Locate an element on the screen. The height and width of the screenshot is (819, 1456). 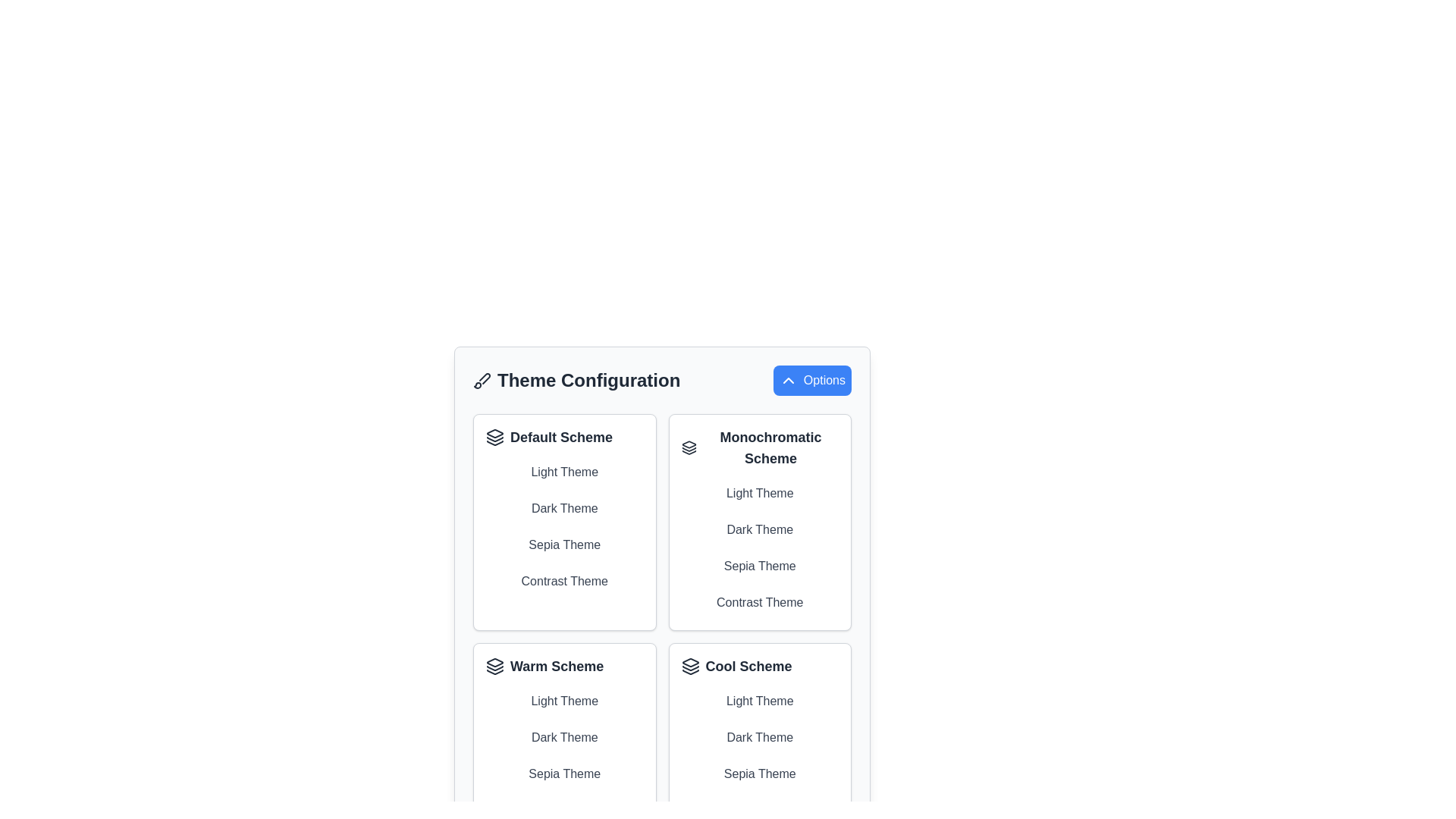
the 'Contrast Theme' option in the theme configuration interface is located at coordinates (760, 601).